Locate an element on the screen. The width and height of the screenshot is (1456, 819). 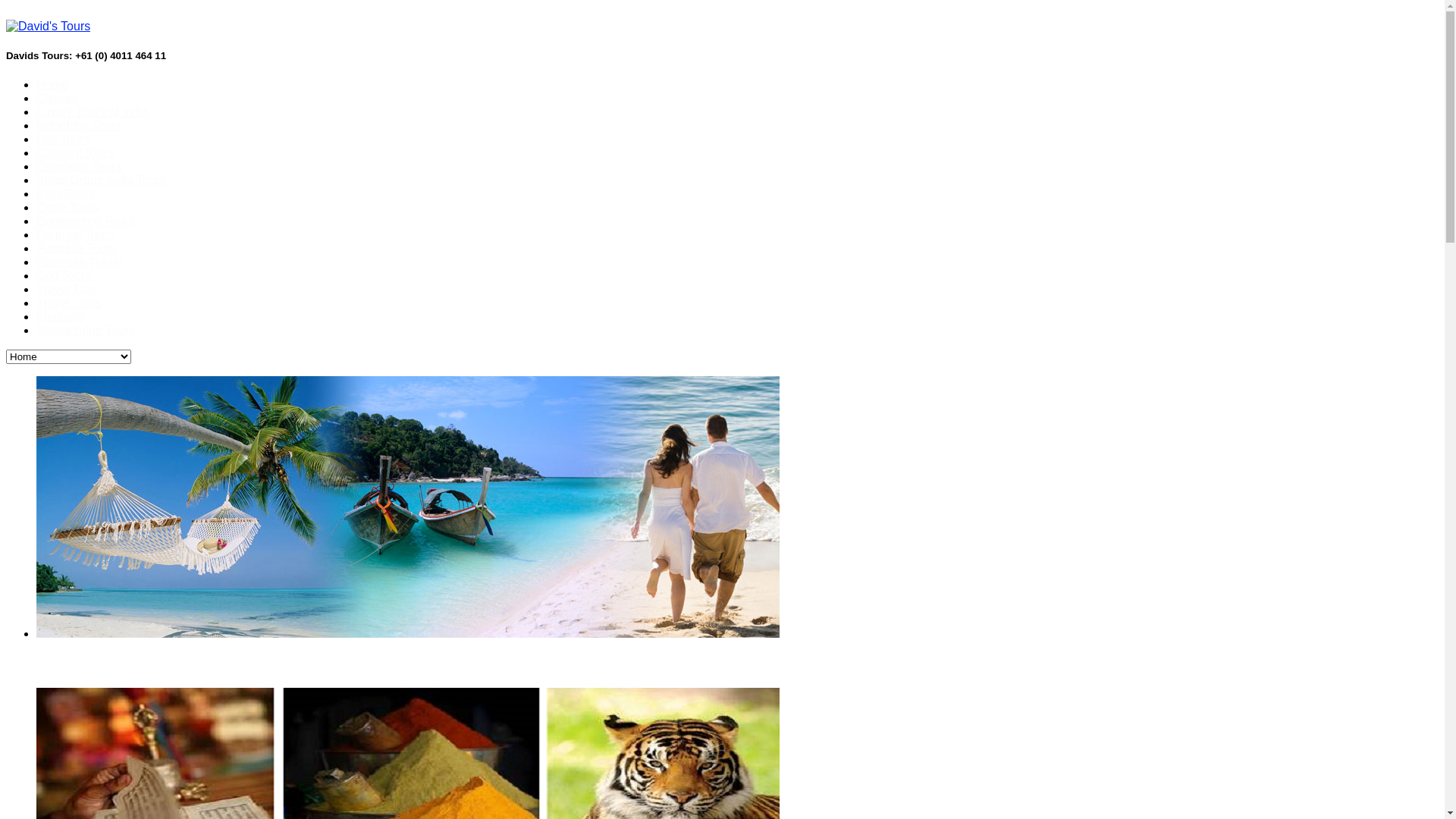
'Travel Links' is located at coordinates (68, 303).